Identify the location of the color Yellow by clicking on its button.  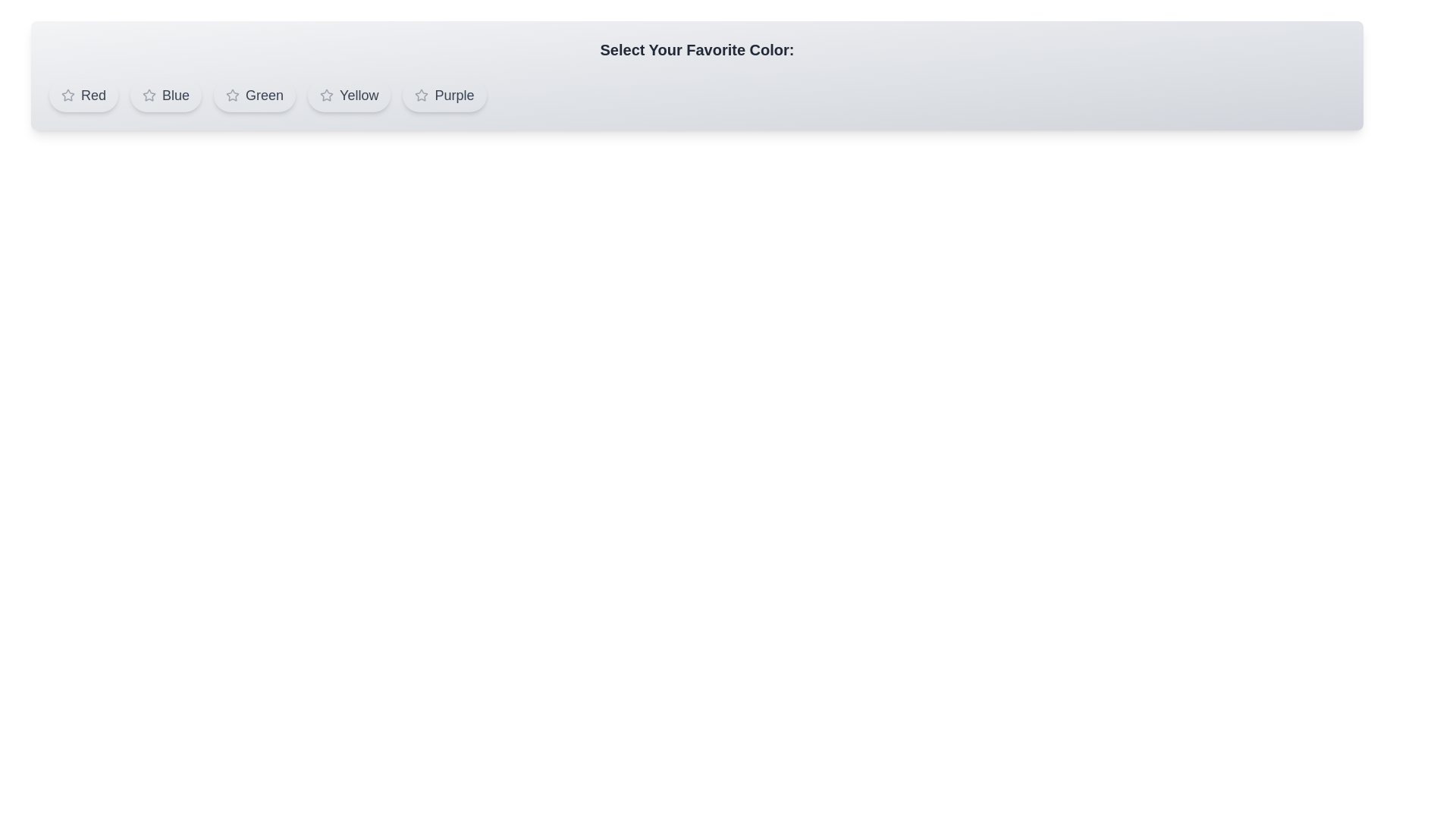
(348, 96).